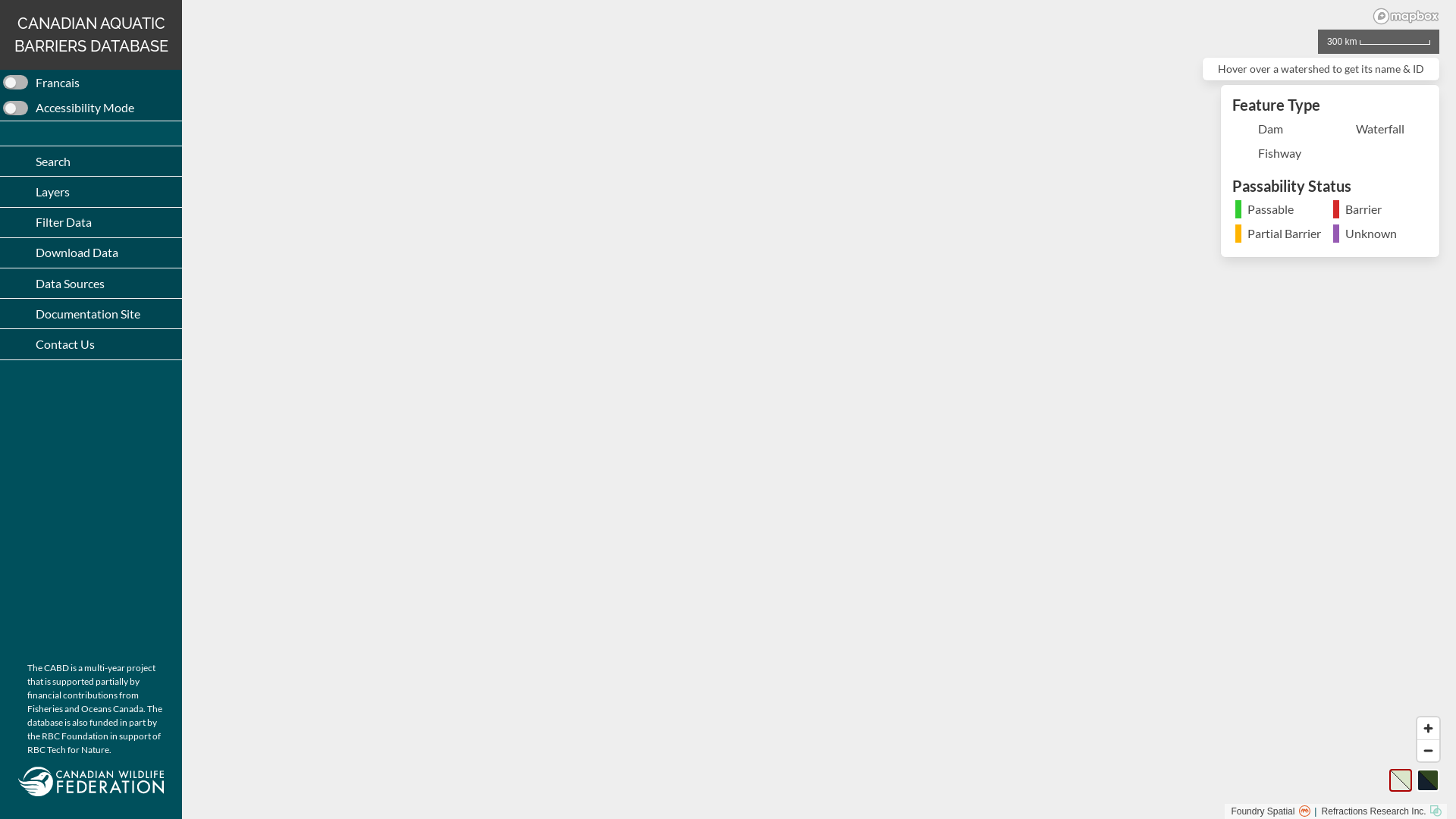  What do you see at coordinates (1420, 103) in the screenshot?
I see `'Minimize map legend'` at bounding box center [1420, 103].